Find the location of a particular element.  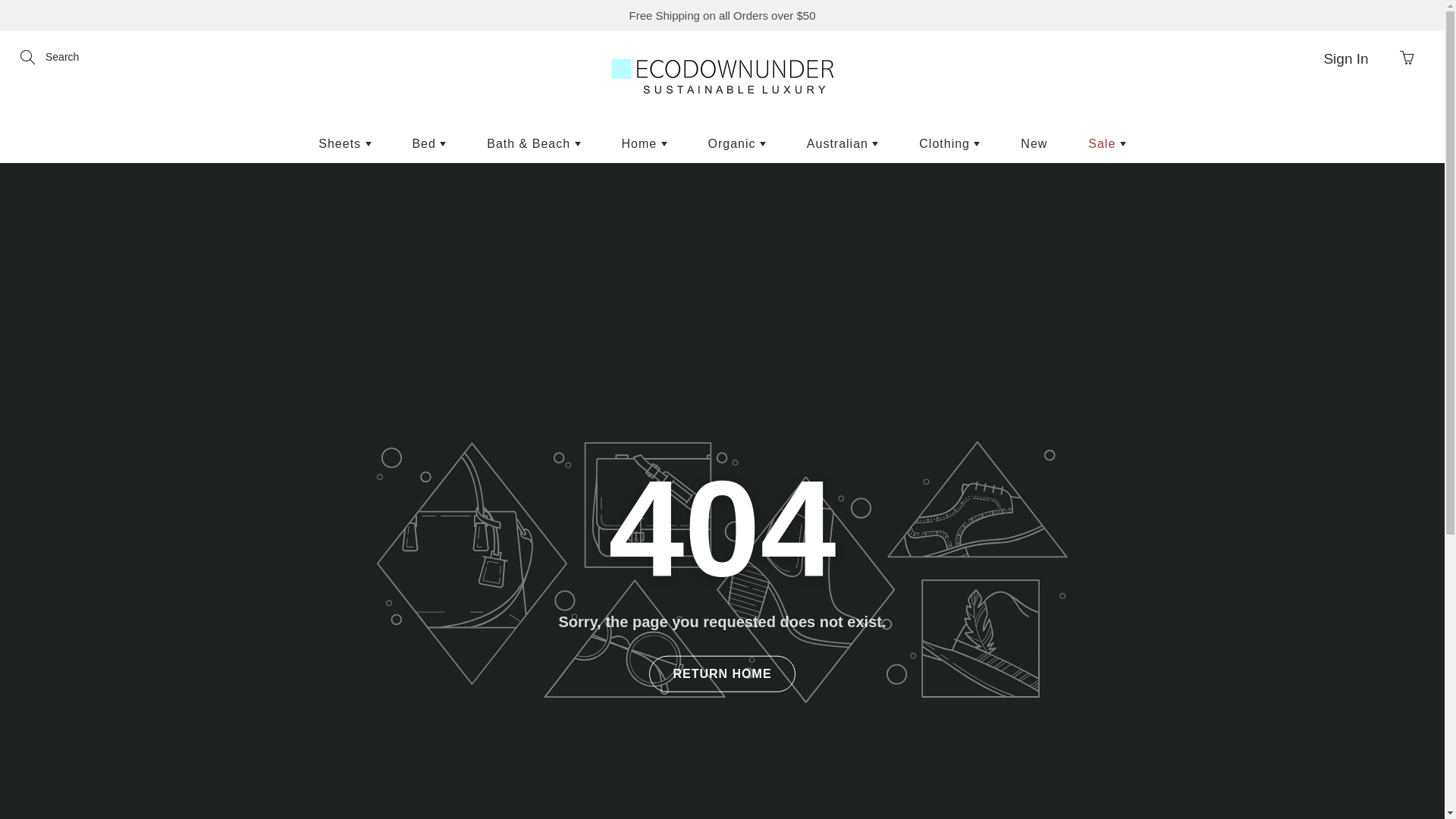

'Bed' is located at coordinates (428, 143).